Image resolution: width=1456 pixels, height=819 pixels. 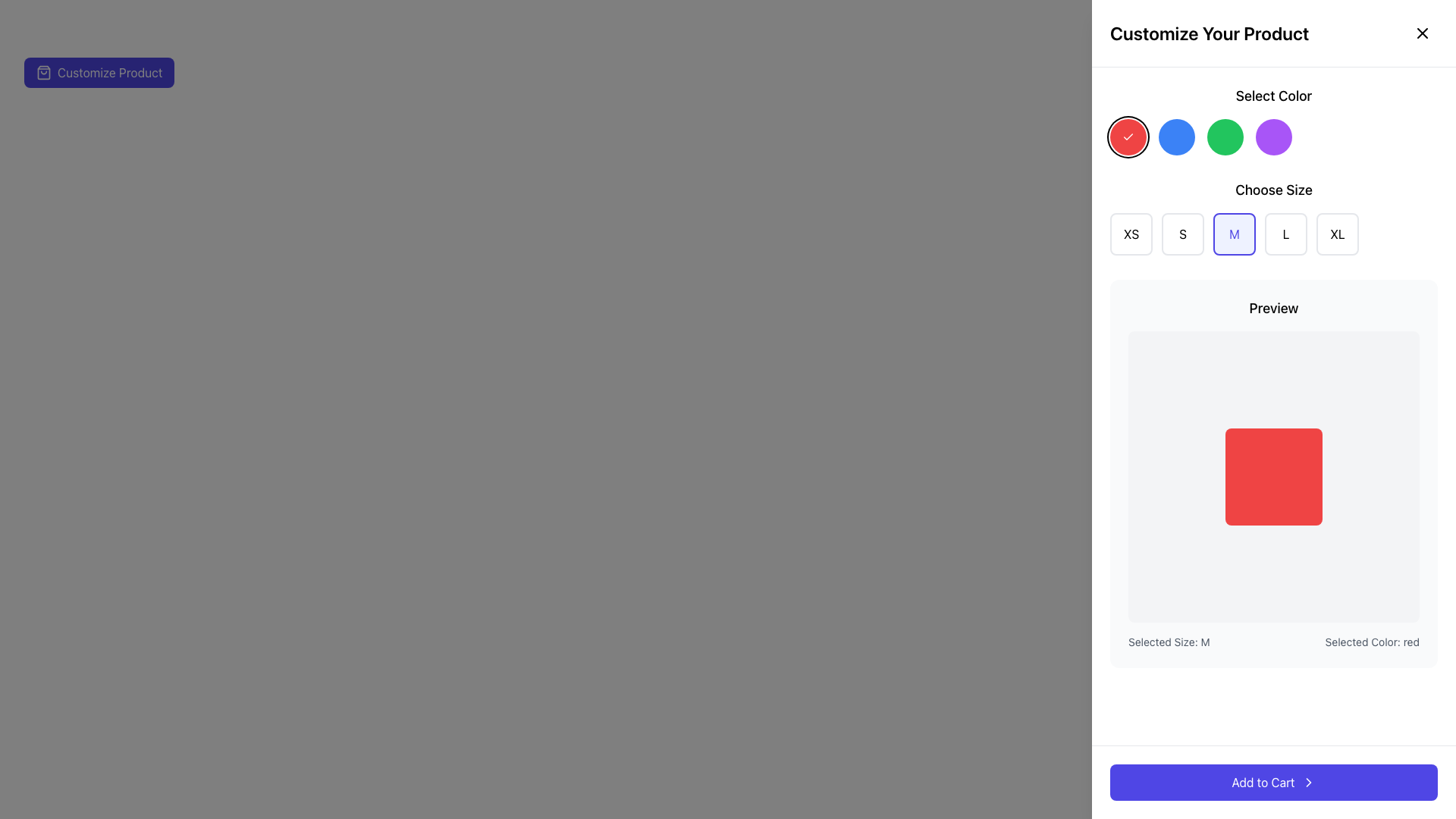 I want to click on the close button icon located at the top right corner of the right-hand side panel to trigger its hover effects, so click(x=1422, y=33).